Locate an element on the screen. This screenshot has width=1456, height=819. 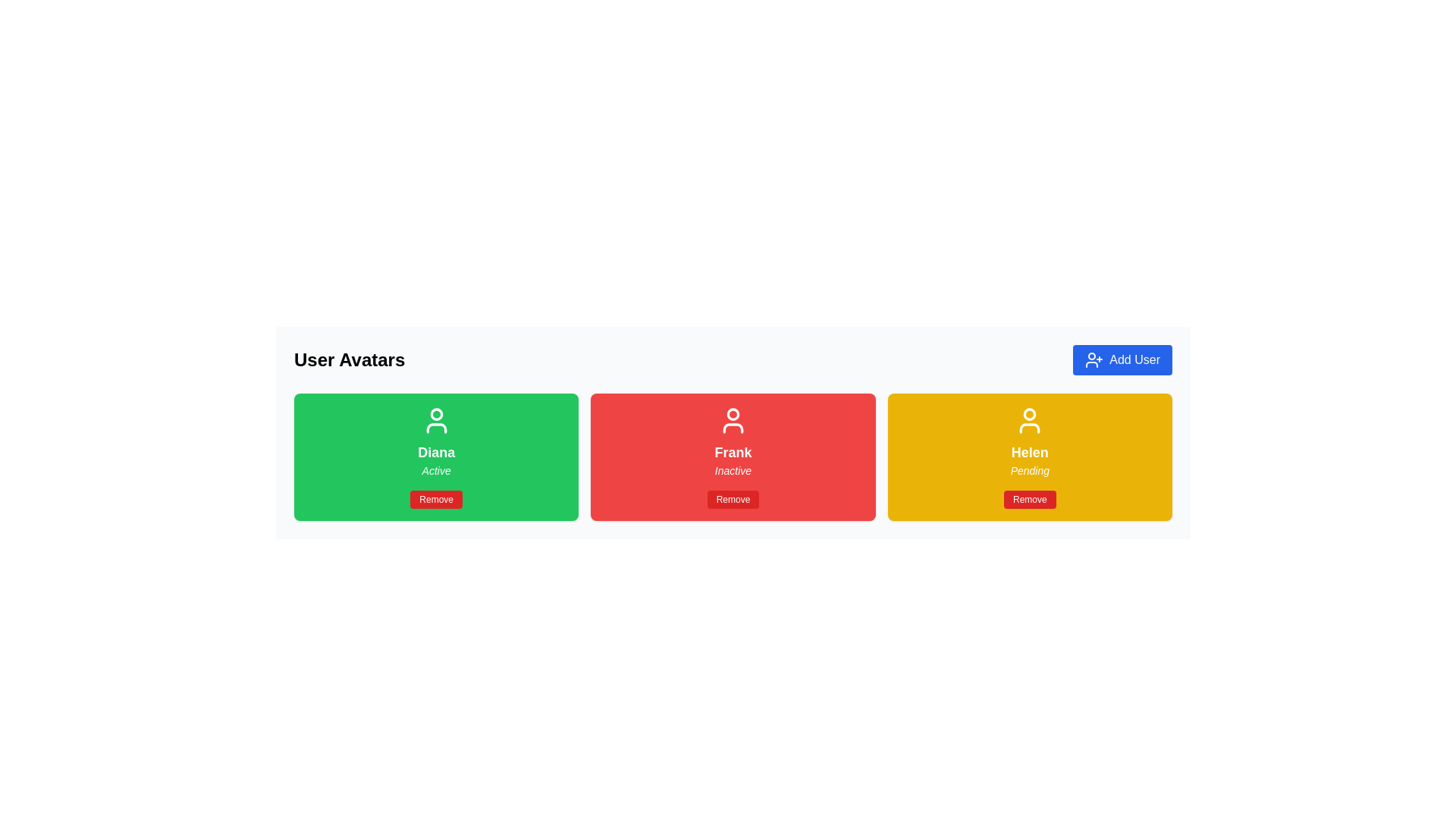
the user icon located at the center-top of the third user card, which visually identifies user accounts, positioned above the text 'Helen' is located at coordinates (1030, 428).